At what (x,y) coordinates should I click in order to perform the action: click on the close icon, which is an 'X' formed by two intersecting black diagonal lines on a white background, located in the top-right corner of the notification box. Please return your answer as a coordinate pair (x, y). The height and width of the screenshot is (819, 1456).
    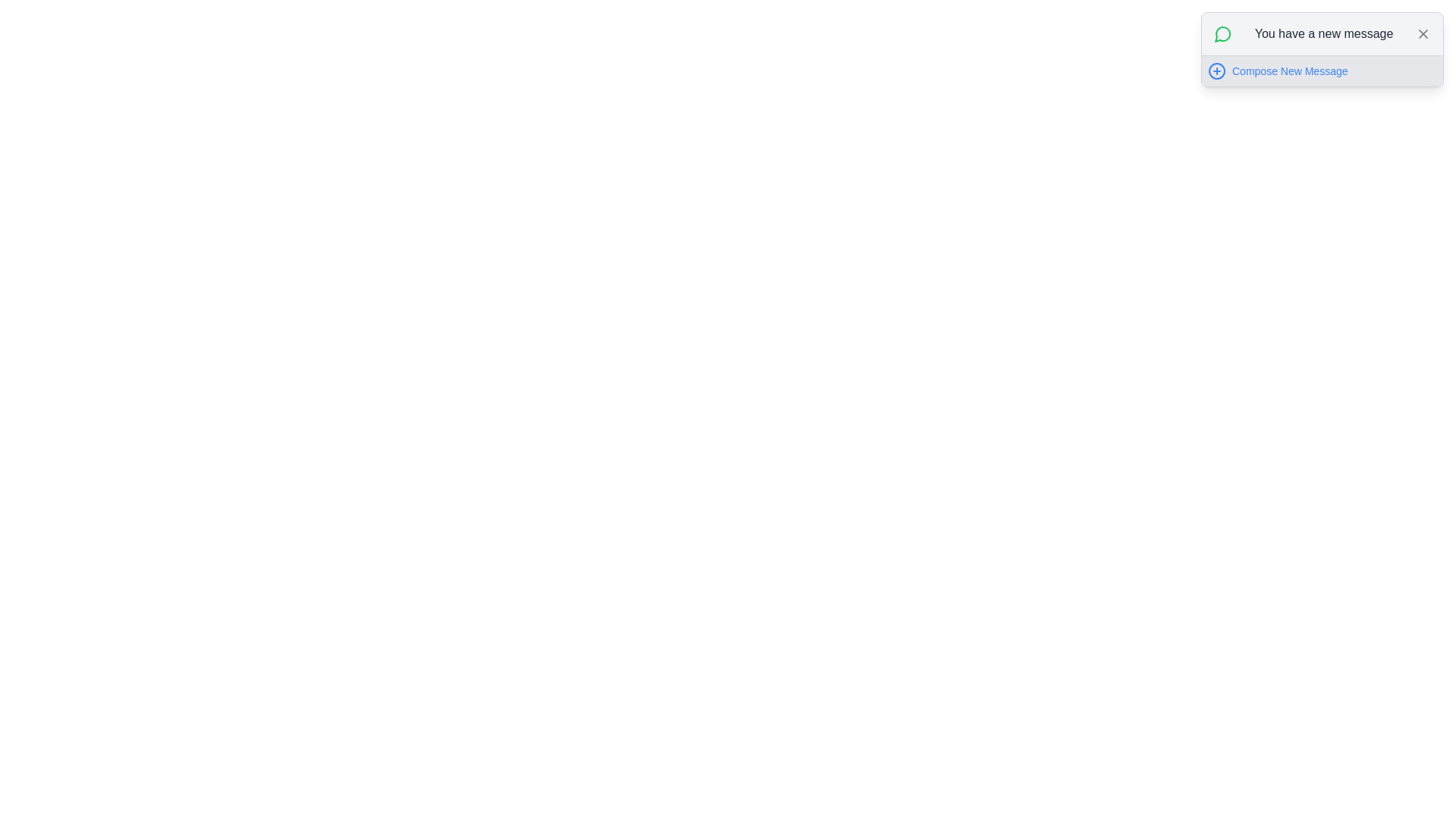
    Looking at the image, I should click on (1422, 34).